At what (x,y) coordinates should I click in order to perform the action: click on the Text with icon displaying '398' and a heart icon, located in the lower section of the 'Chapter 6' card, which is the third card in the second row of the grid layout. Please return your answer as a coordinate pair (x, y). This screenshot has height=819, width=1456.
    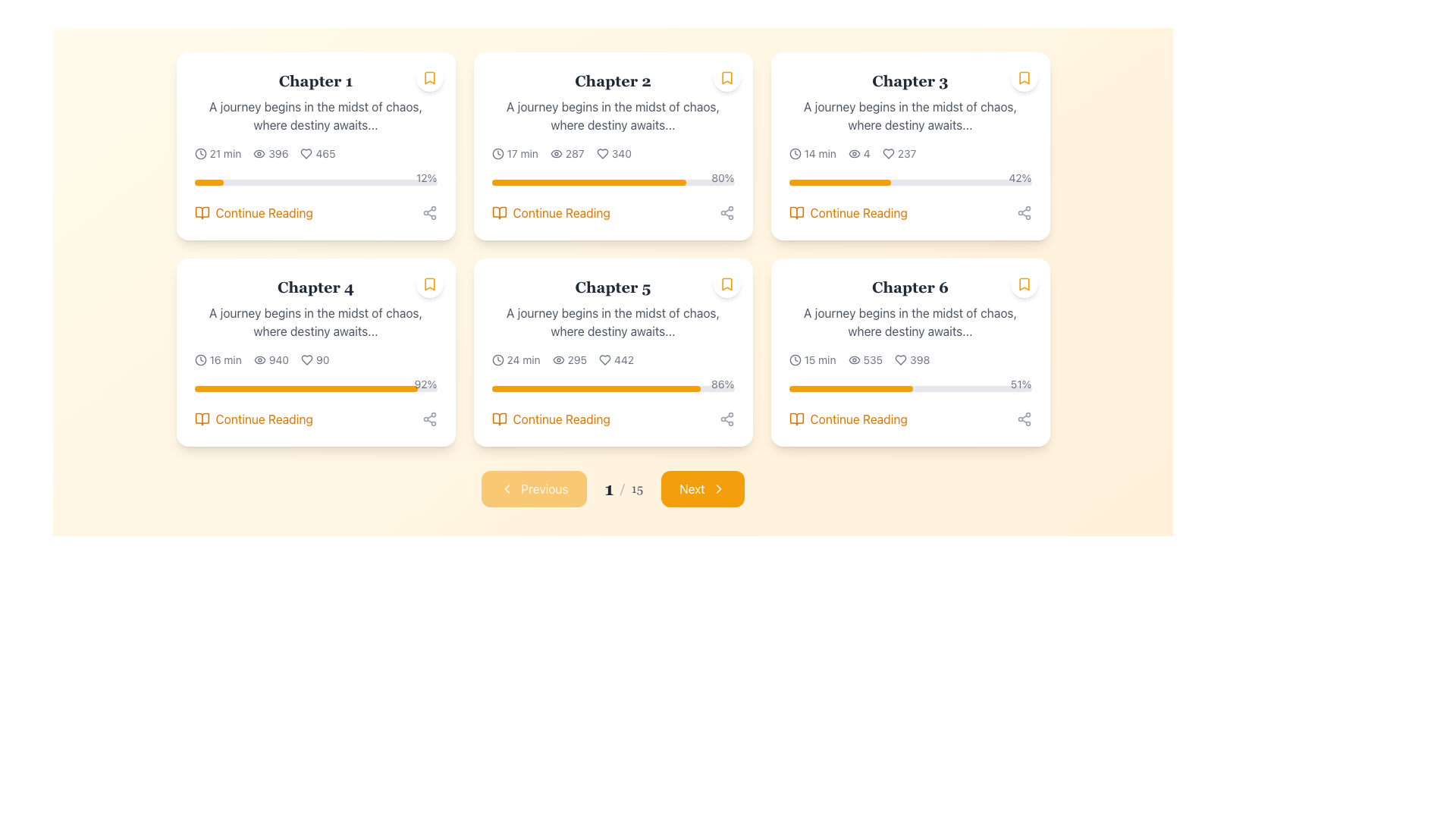
    Looking at the image, I should click on (912, 359).